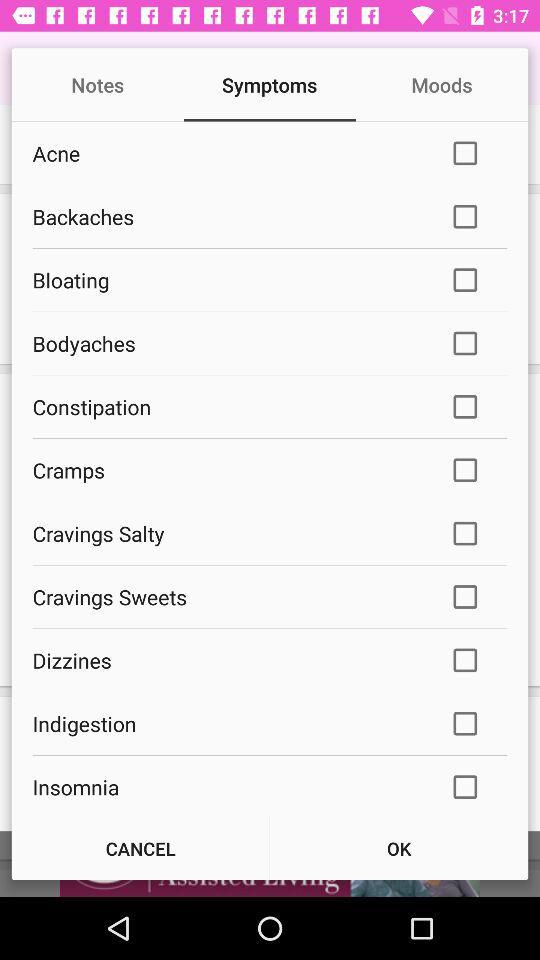  What do you see at coordinates (226, 659) in the screenshot?
I see `dizzines` at bounding box center [226, 659].